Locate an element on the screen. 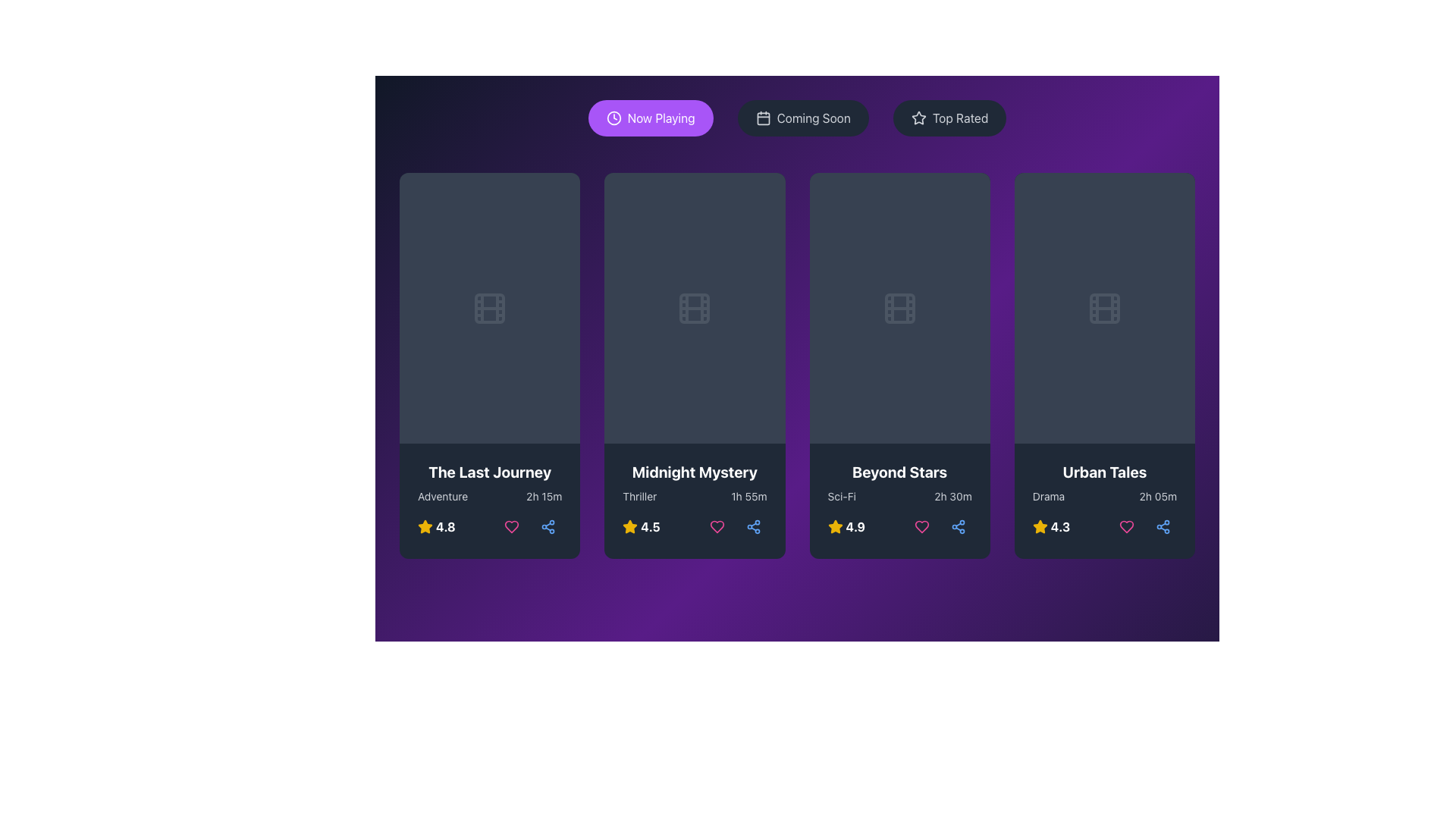  duration information displayed on the static text label for the movie 'Midnight Mystery', located at the bottom portion of its movie card next to the 'Thriller' genre text is located at coordinates (748, 497).